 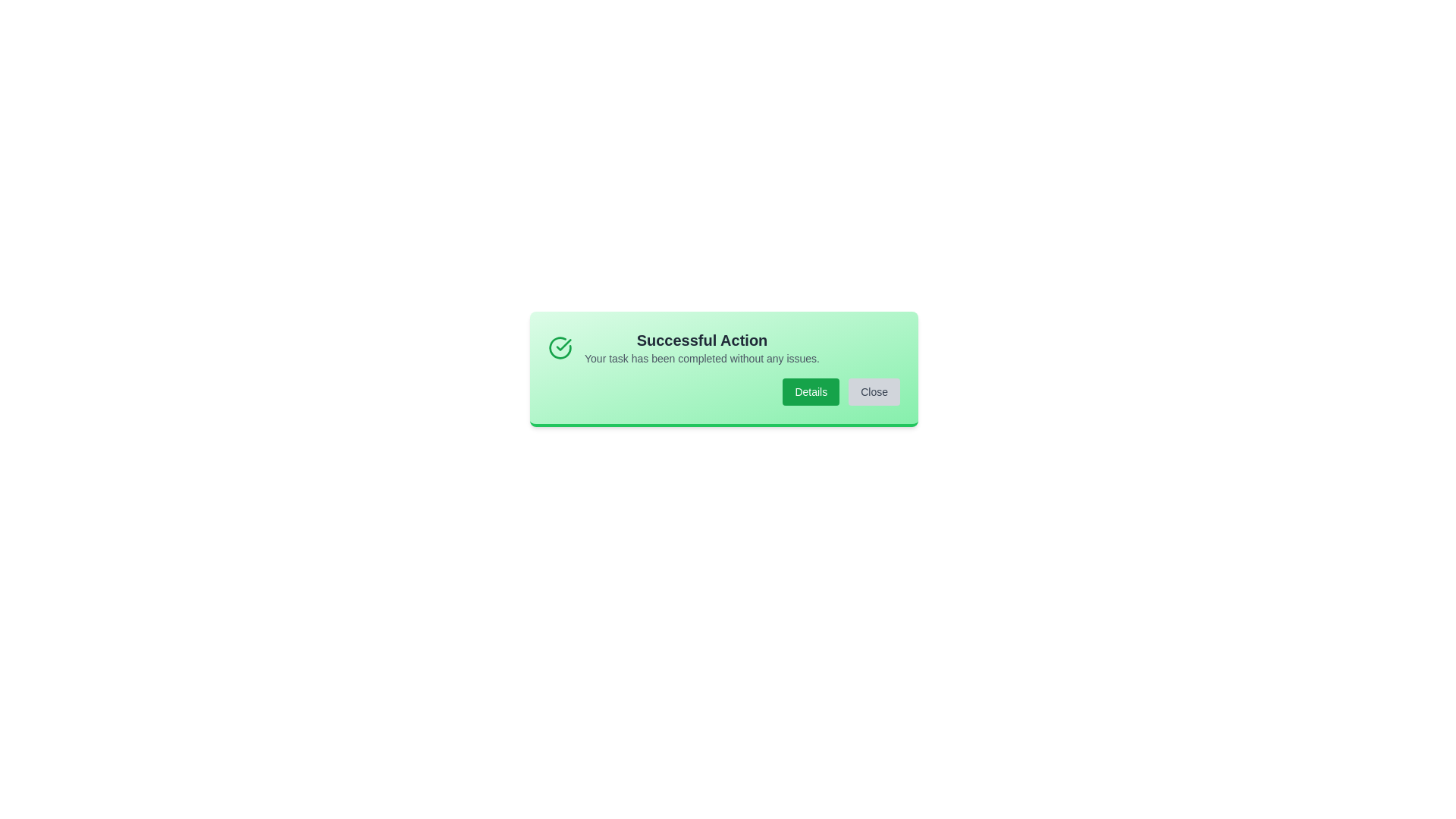 I want to click on the 'Close' button to dismiss the alert, so click(x=874, y=391).